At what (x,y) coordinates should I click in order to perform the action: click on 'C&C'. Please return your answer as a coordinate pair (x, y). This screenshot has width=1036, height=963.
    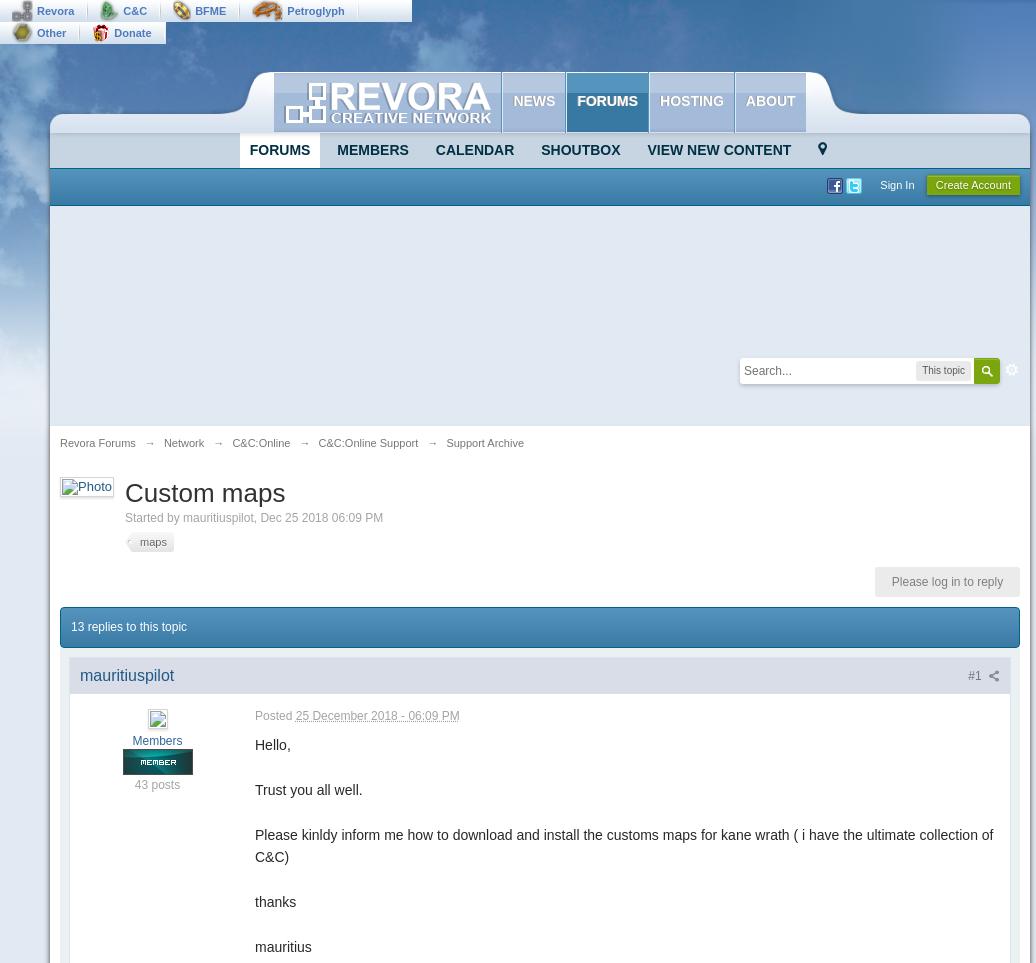
    Looking at the image, I should click on (134, 9).